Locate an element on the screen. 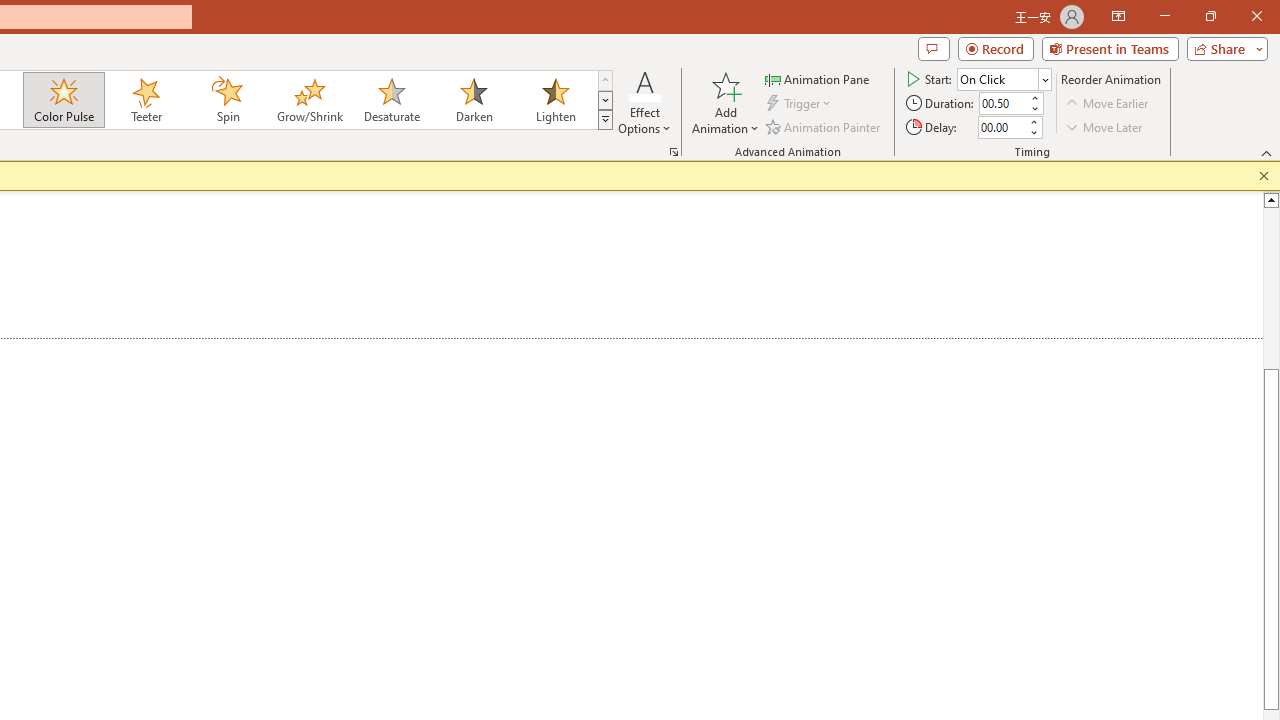 Image resolution: width=1280 pixels, height=720 pixels. 'Teeter' is located at coordinates (144, 100).